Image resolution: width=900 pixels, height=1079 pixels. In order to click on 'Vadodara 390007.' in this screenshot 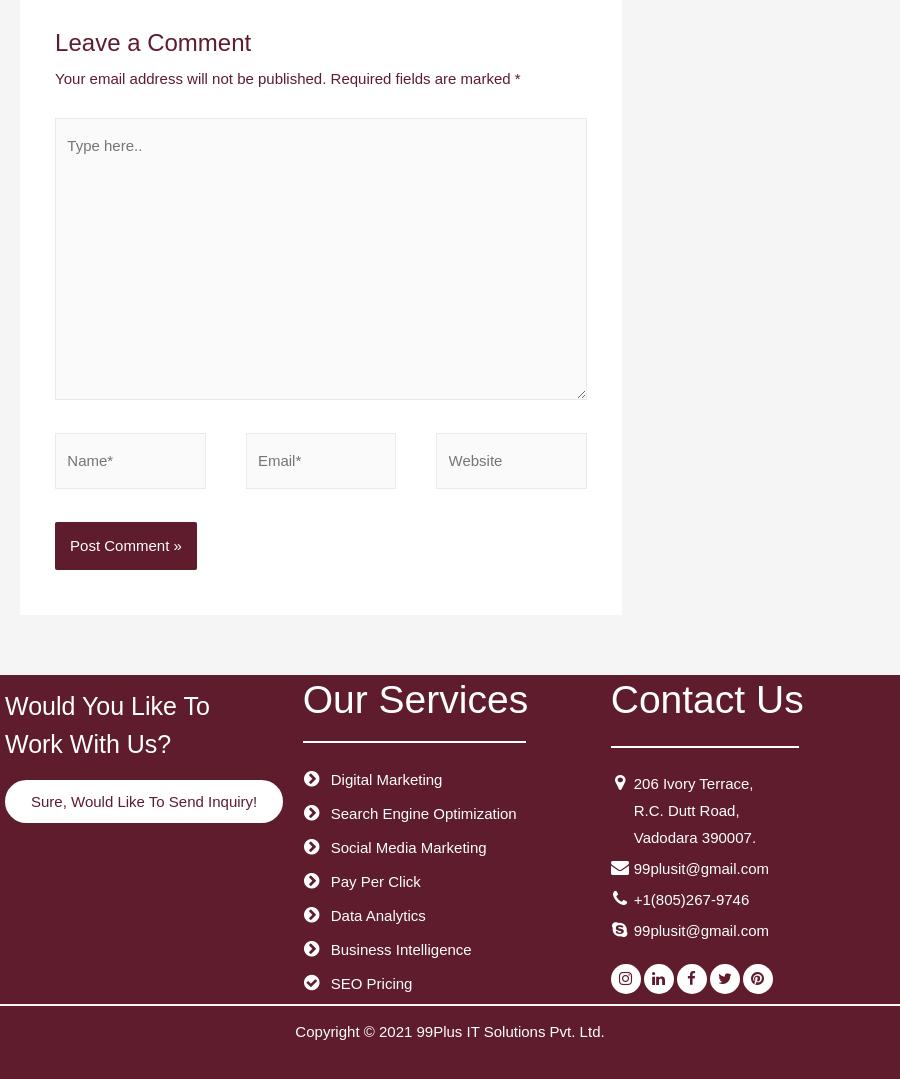, I will do `click(693, 836)`.